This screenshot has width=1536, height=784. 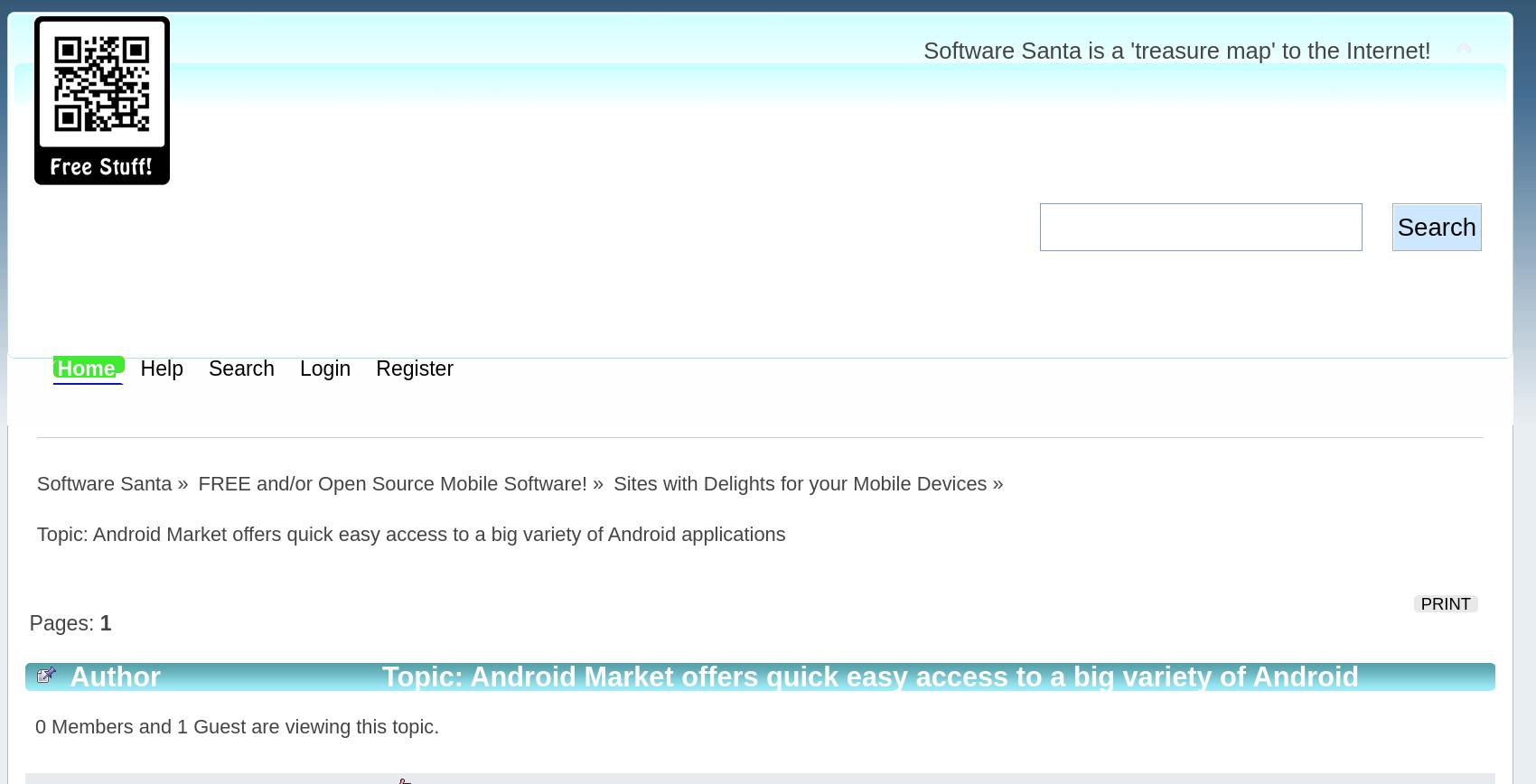 What do you see at coordinates (114, 676) in the screenshot?
I see `'Author'` at bounding box center [114, 676].